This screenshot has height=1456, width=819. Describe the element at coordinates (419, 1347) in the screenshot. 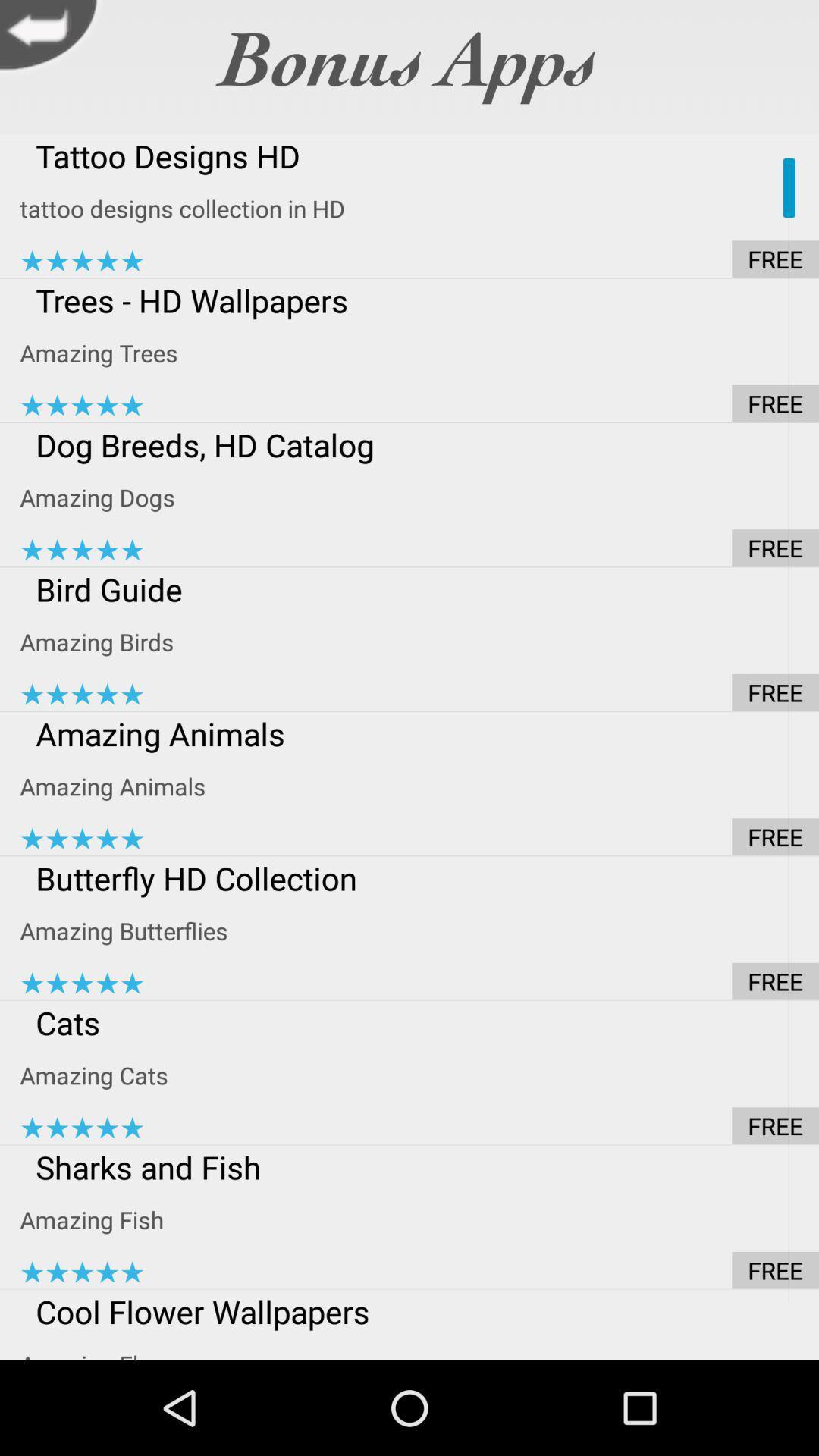

I see `the amazing flowers  icon` at that location.